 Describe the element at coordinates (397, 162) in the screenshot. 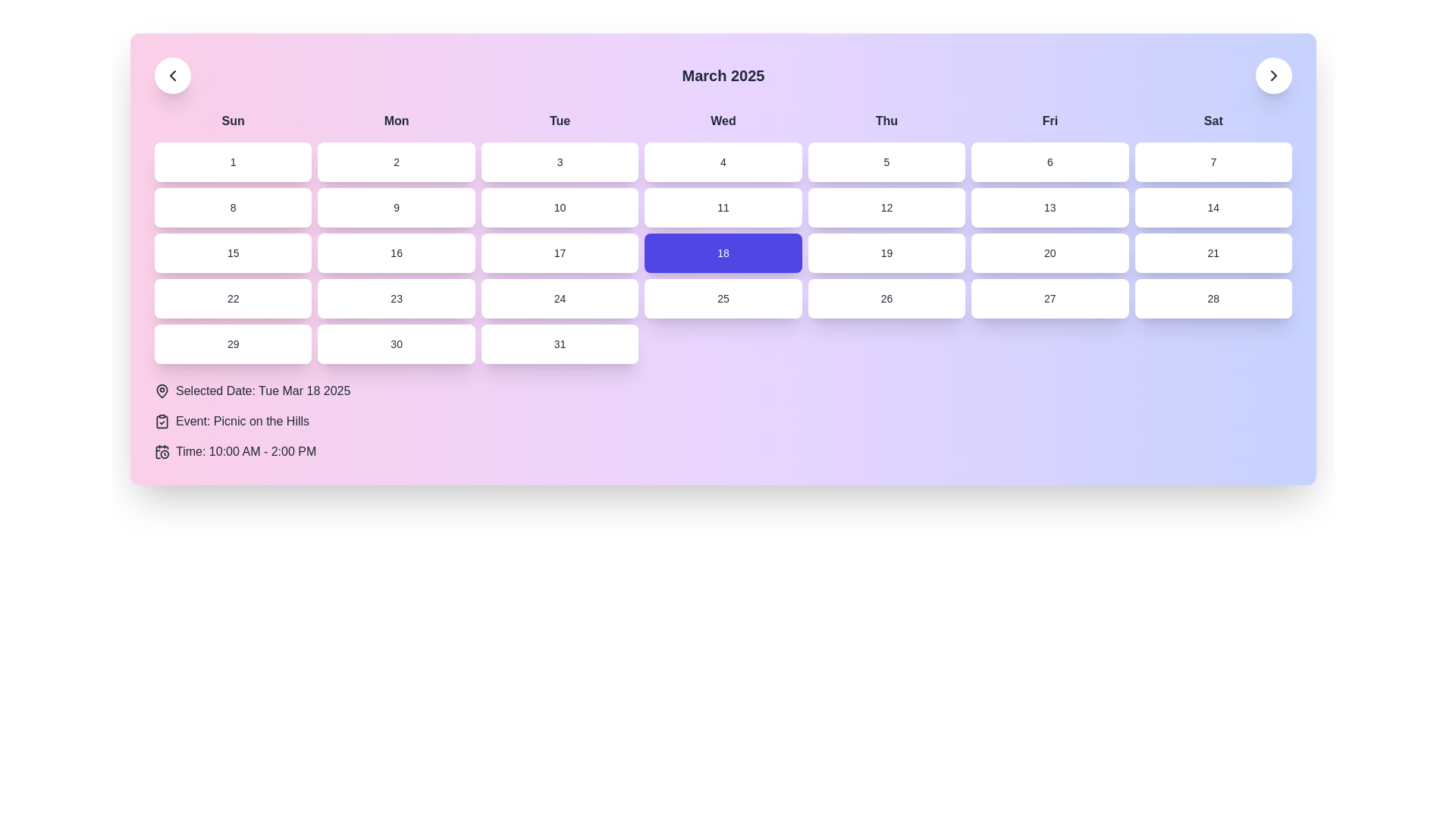

I see `the button labeled '2' which is the second button in the grid layout under the header 'Mon'` at that location.